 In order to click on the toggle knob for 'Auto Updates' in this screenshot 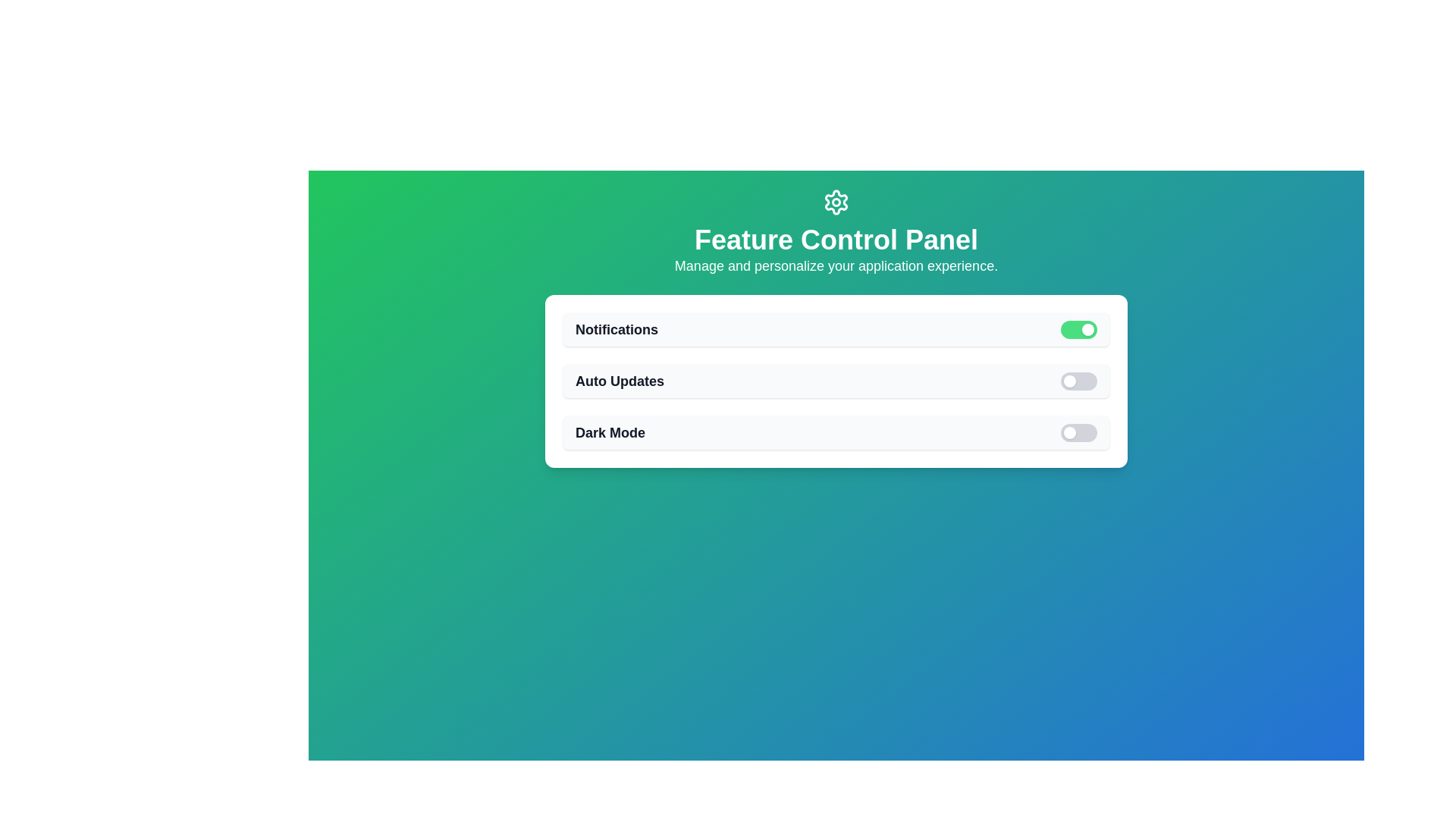, I will do `click(1069, 380)`.